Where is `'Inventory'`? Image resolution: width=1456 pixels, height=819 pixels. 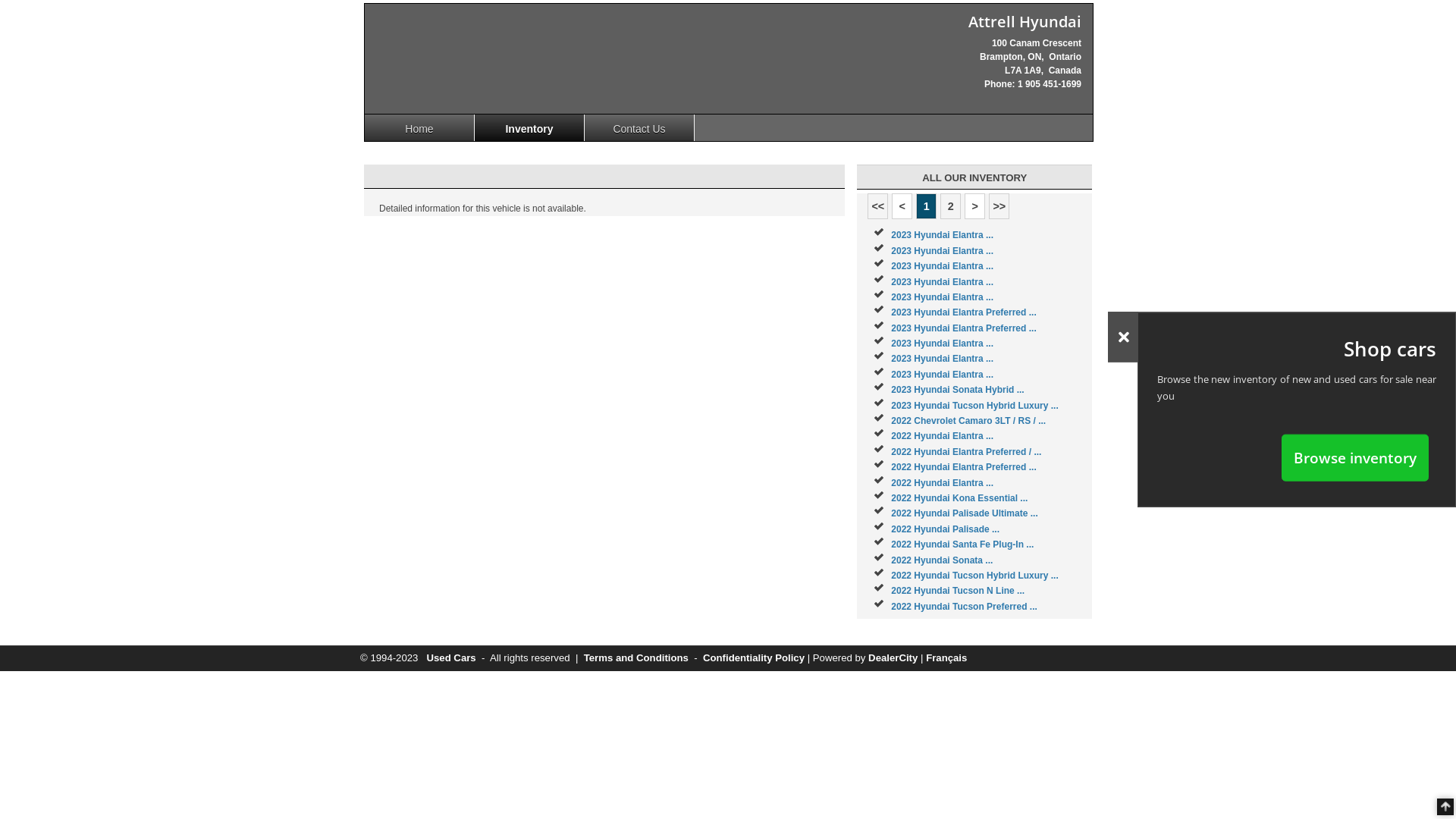 'Inventory' is located at coordinates (529, 127).